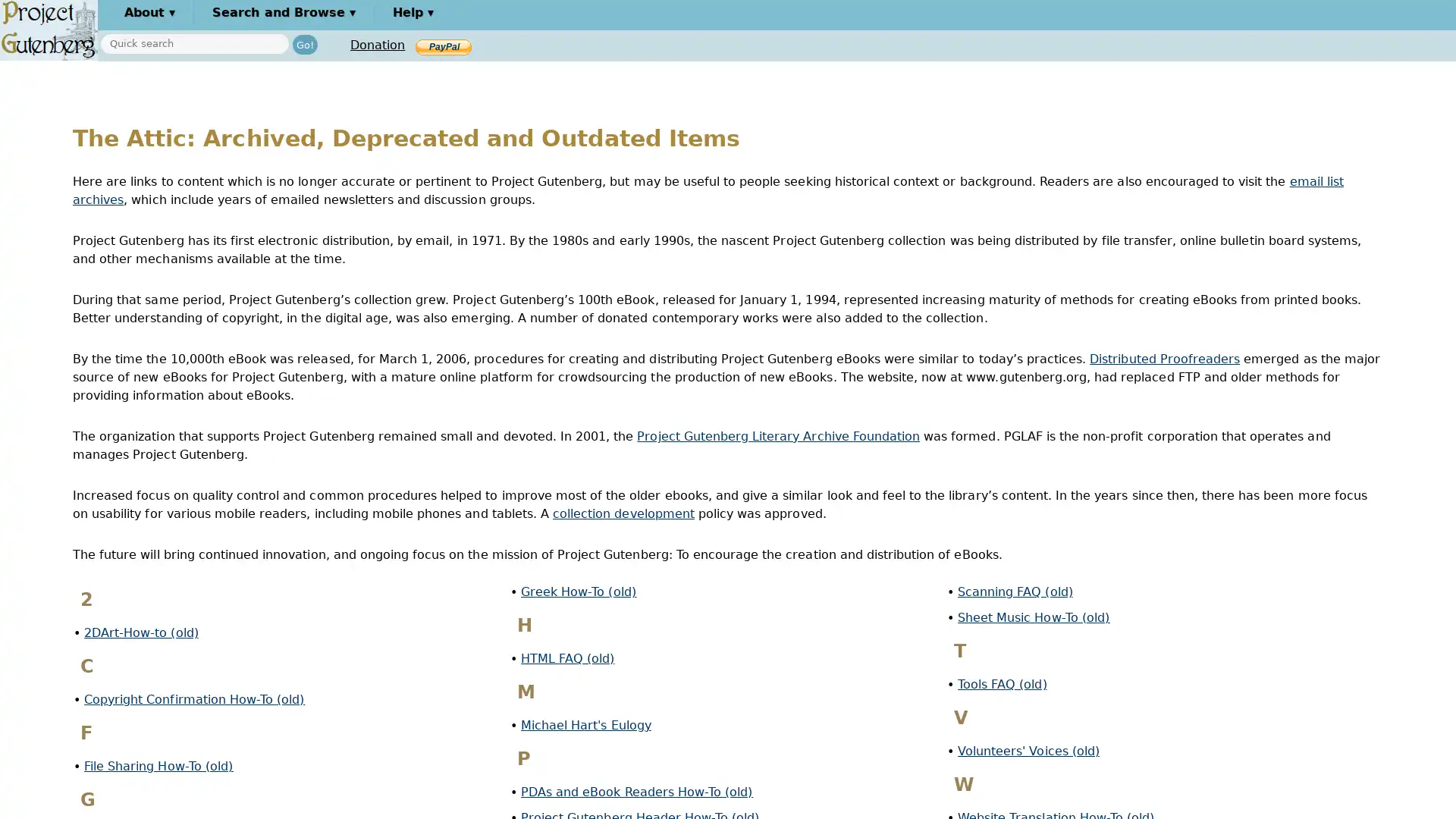  I want to click on Go!, so click(304, 43).